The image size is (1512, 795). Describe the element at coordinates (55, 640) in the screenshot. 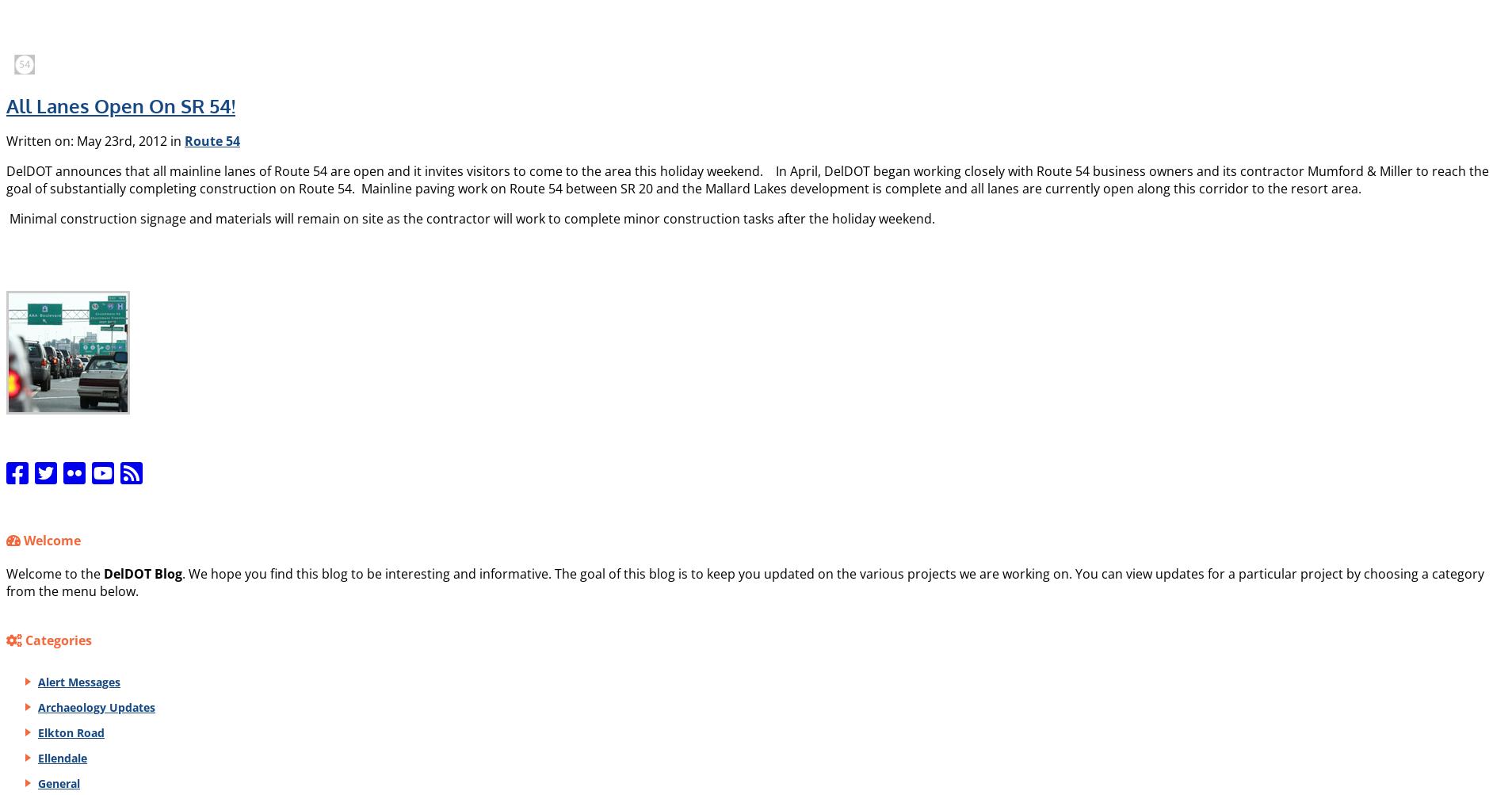

I see `'Categories'` at that location.